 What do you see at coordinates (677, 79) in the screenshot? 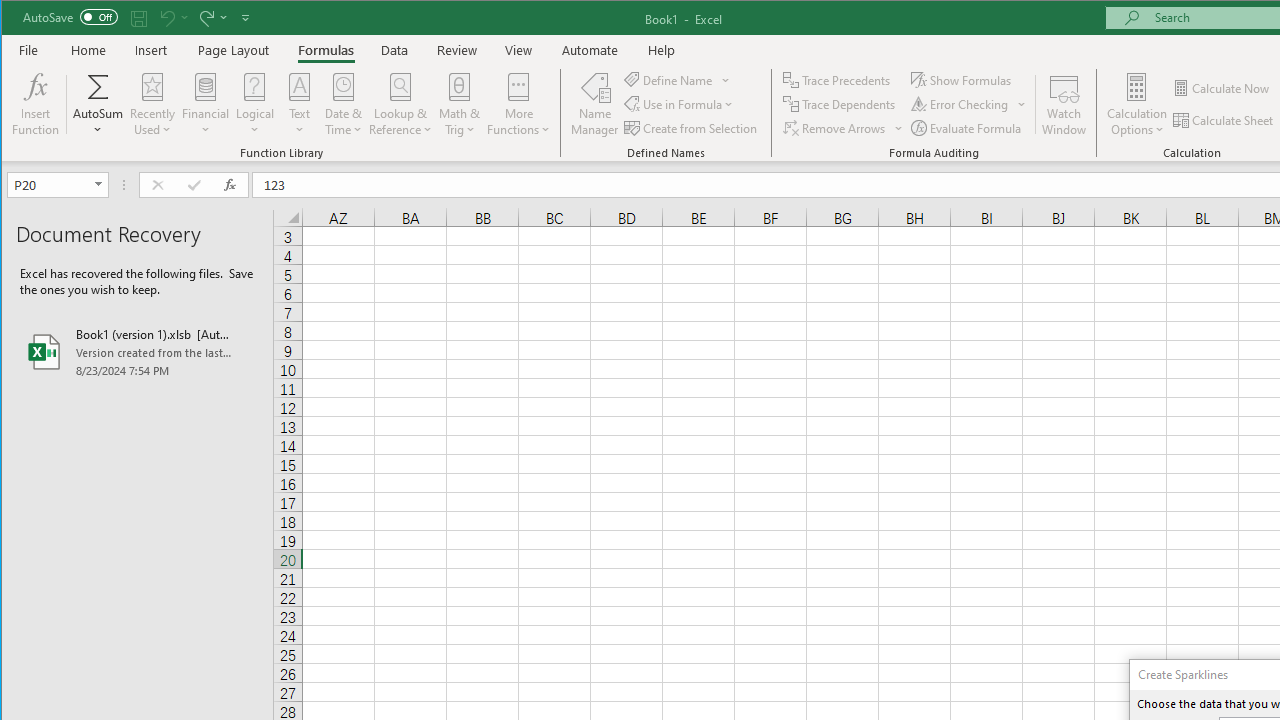
I see `'Define Name'` at bounding box center [677, 79].